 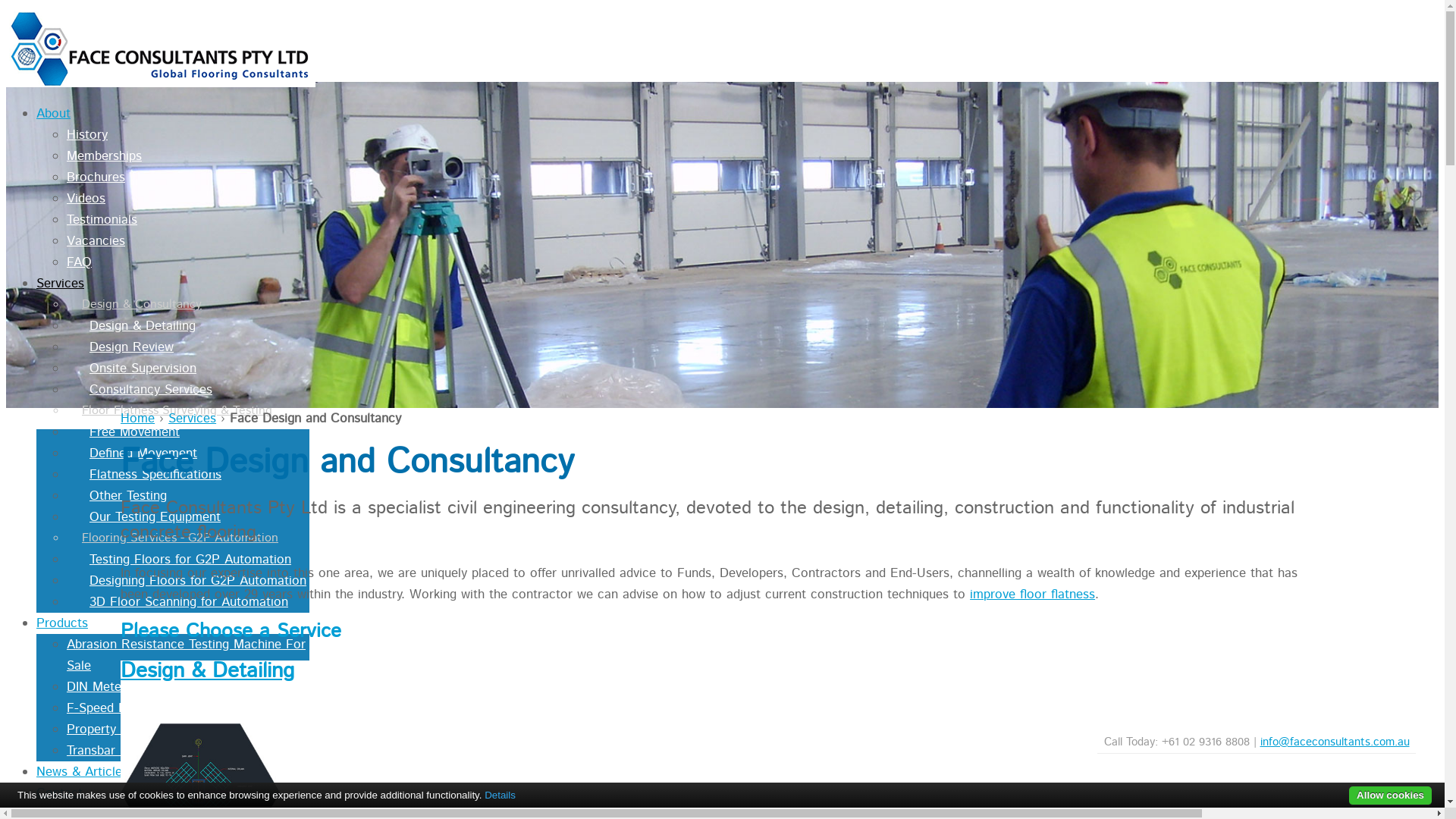 I want to click on 'Videos', so click(x=85, y=198).